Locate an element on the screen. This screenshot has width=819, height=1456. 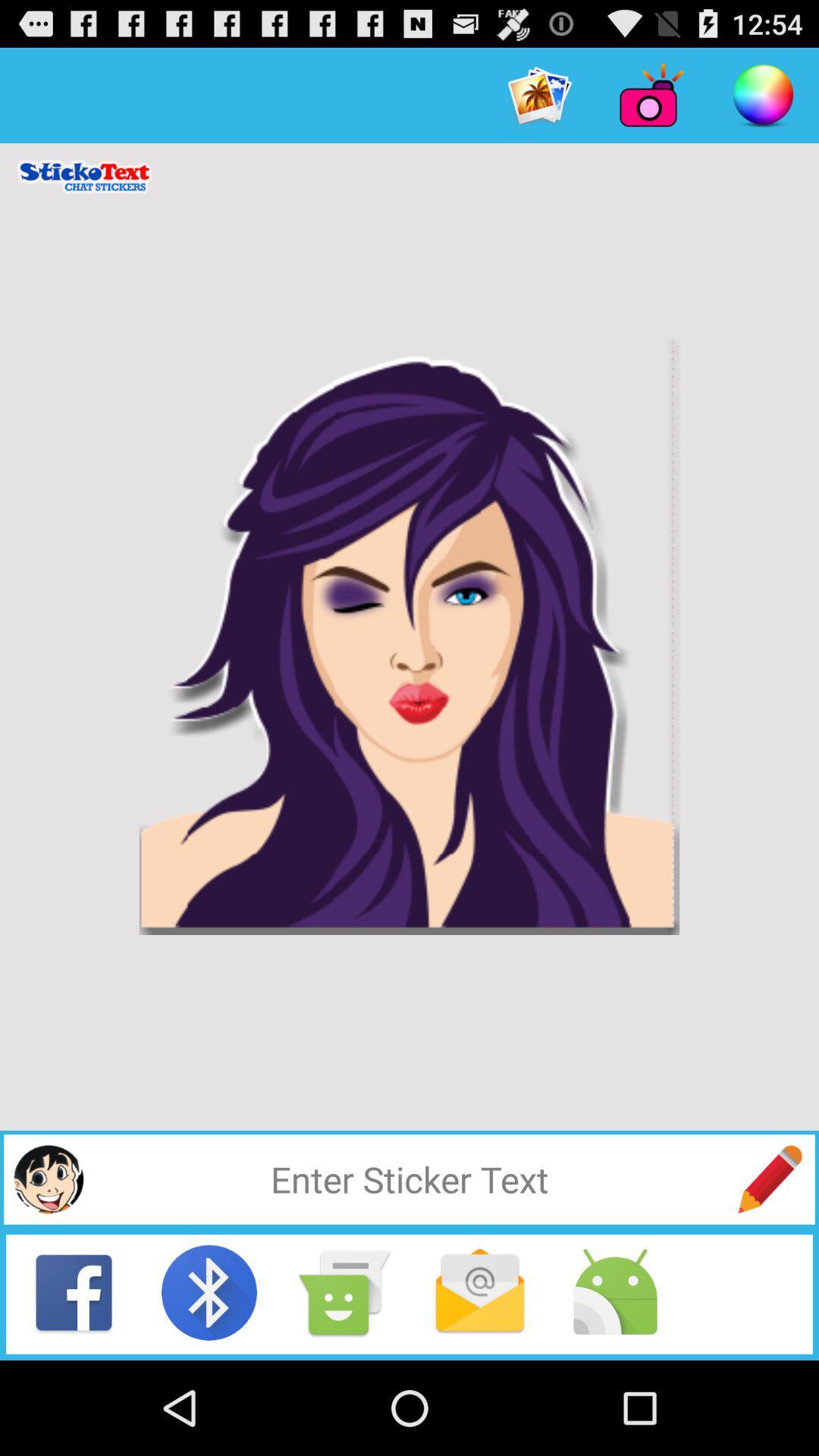
emojis is located at coordinates (48, 1178).